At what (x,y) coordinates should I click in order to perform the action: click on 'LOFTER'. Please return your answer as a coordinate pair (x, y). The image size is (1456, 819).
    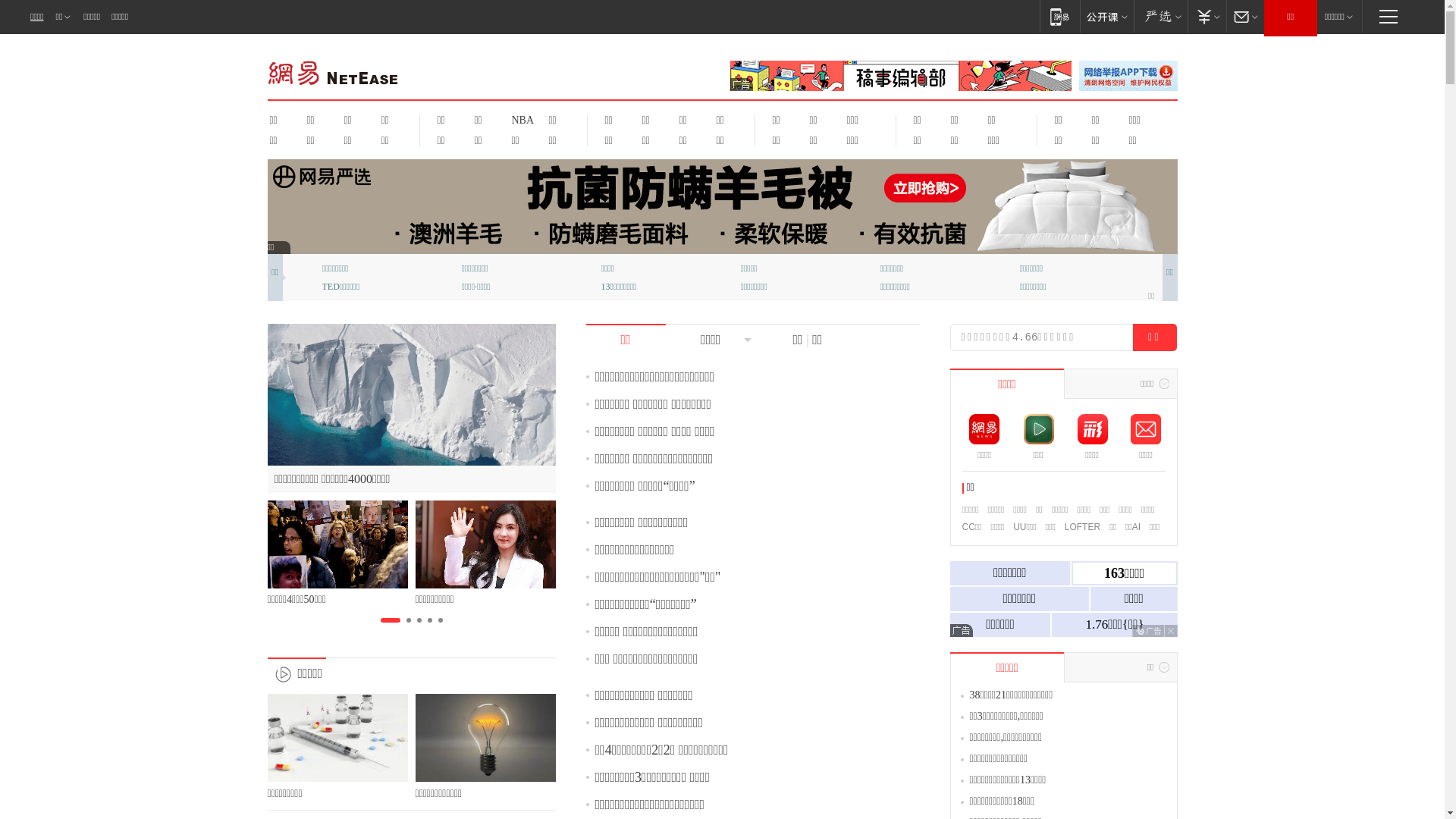
    Looking at the image, I should click on (1063, 526).